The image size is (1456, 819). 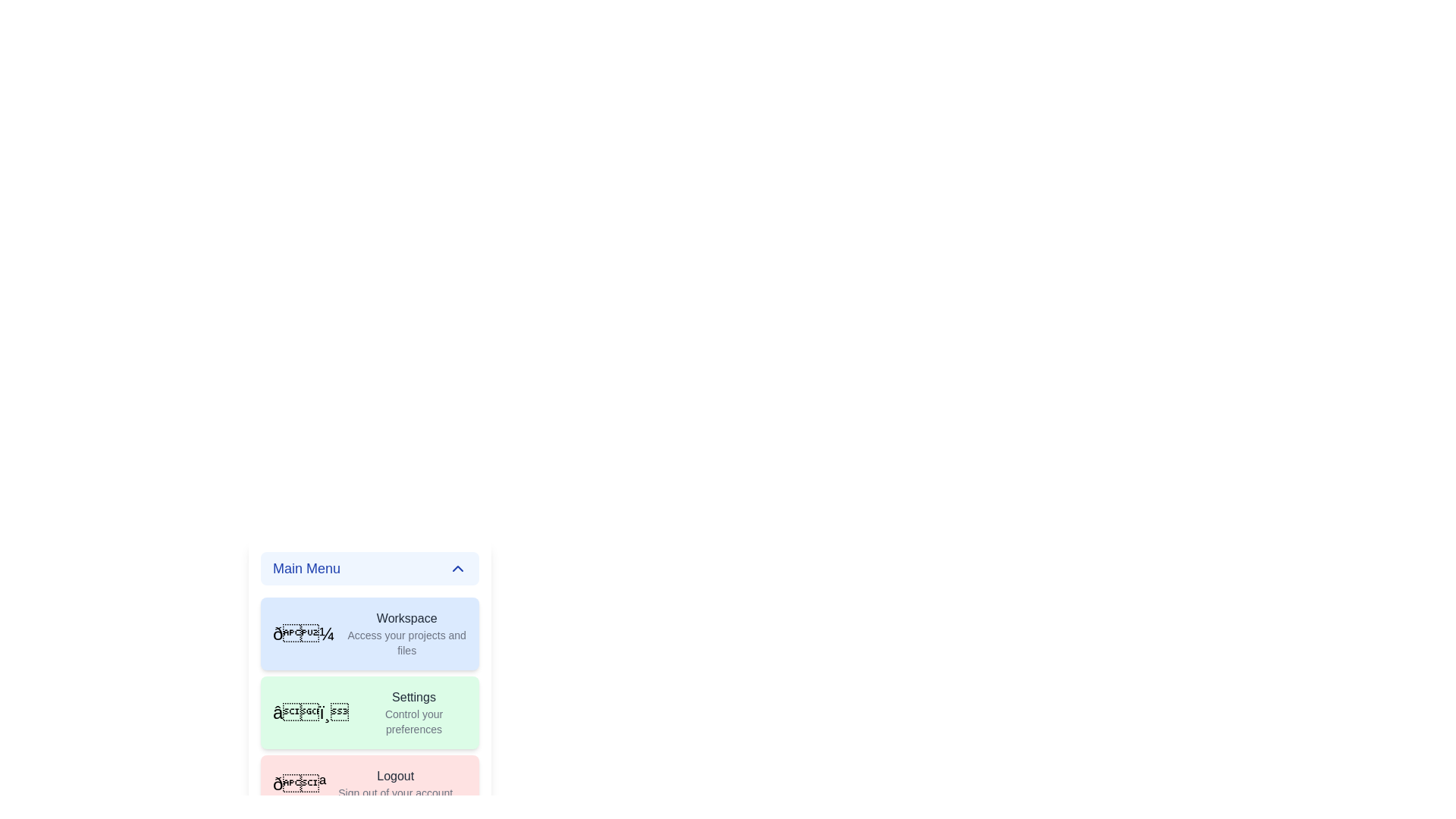 What do you see at coordinates (395, 783) in the screenshot?
I see `the 'Logout' button at the bottom of the menu, which has a bold 'Logout' text and a smaller 'Sign out of your account' text below it` at bounding box center [395, 783].